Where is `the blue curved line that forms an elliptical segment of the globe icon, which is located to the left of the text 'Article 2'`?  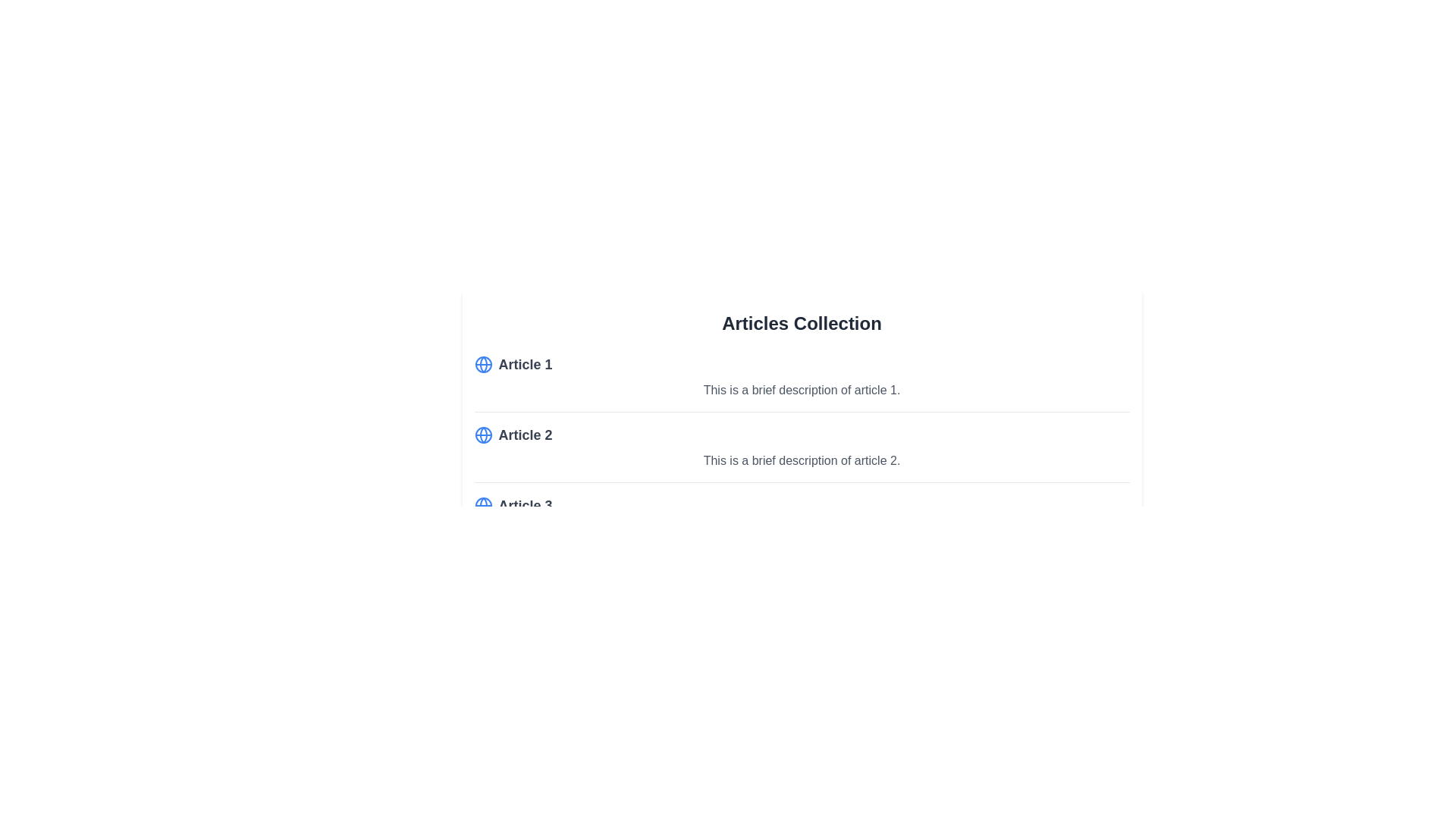
the blue curved line that forms an elliptical segment of the globe icon, which is located to the left of the text 'Article 2' is located at coordinates (482, 435).